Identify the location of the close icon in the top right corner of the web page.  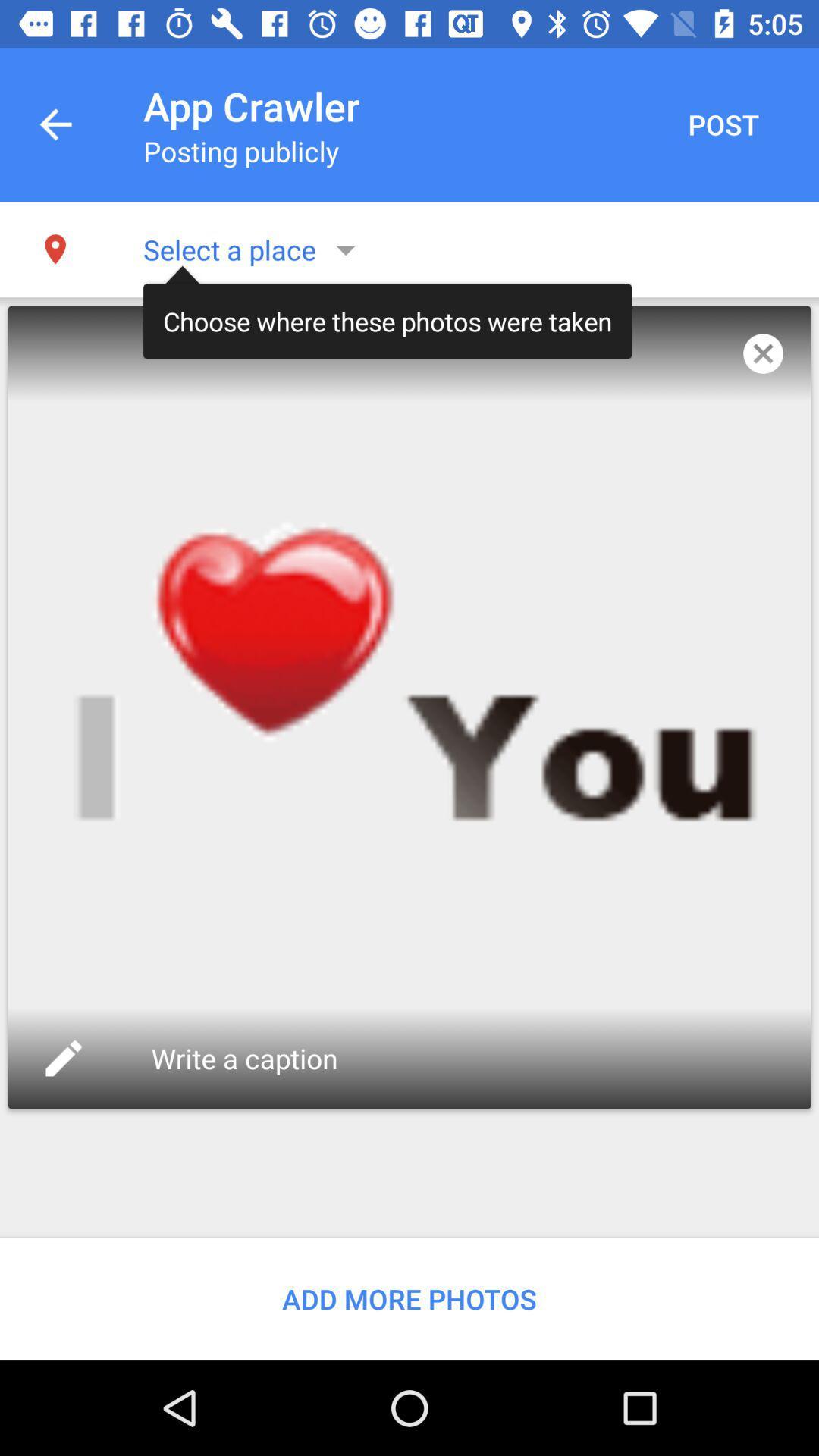
(763, 353).